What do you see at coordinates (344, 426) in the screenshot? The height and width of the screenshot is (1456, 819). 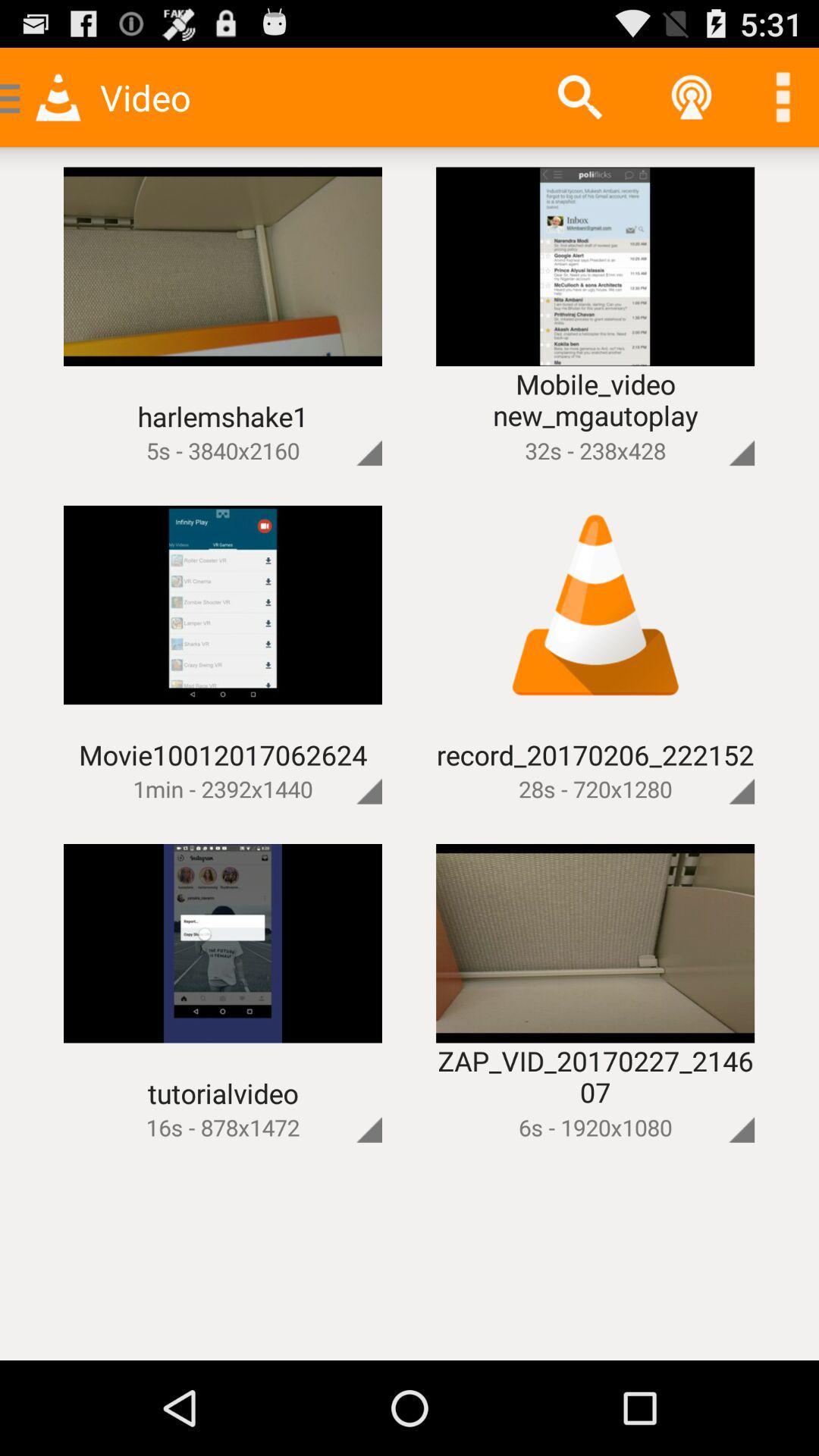 I see `more options` at bounding box center [344, 426].